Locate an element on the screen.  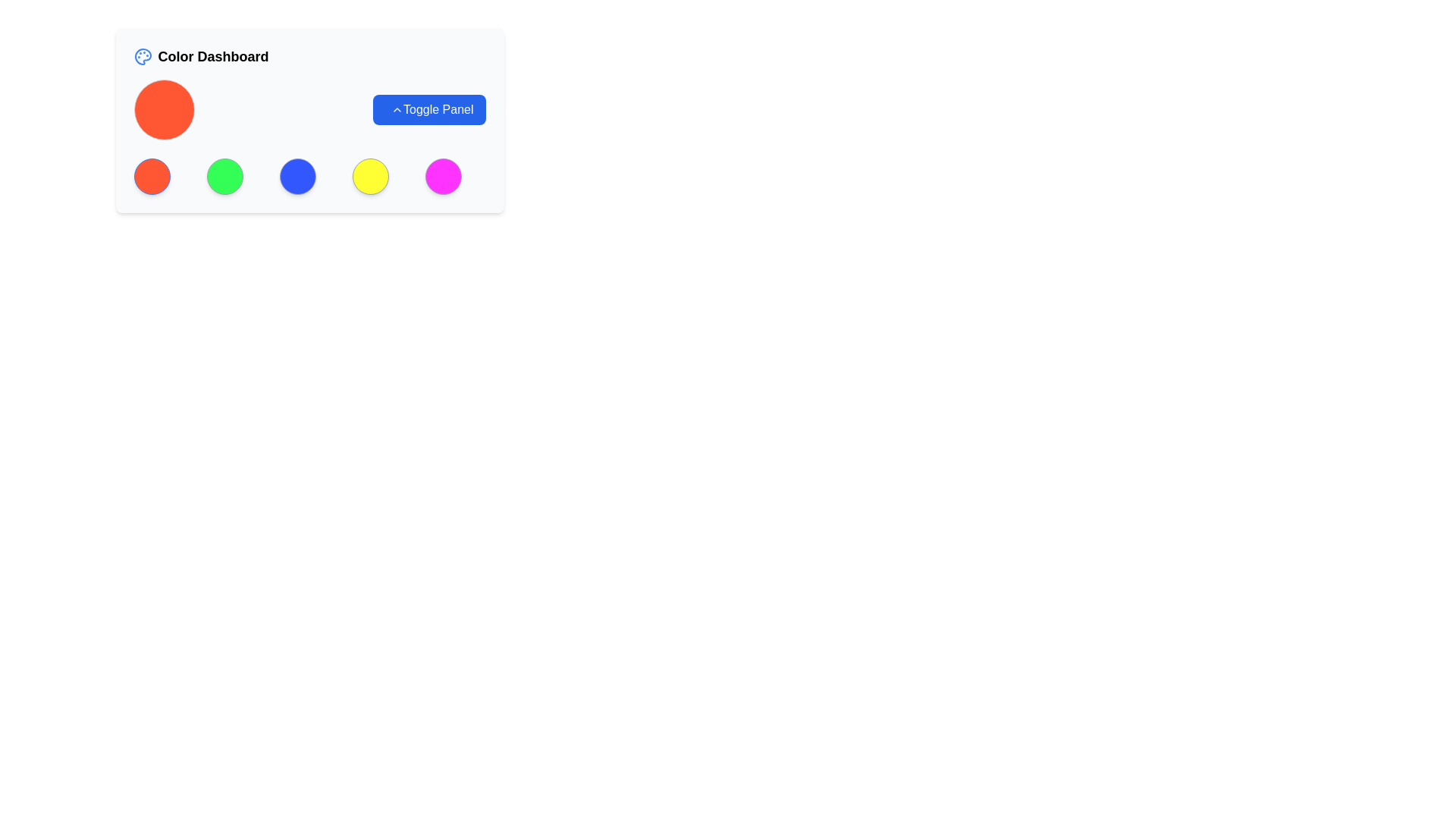
the chevron icon located on the right side of the 'Toggle Panel' button is located at coordinates (397, 109).